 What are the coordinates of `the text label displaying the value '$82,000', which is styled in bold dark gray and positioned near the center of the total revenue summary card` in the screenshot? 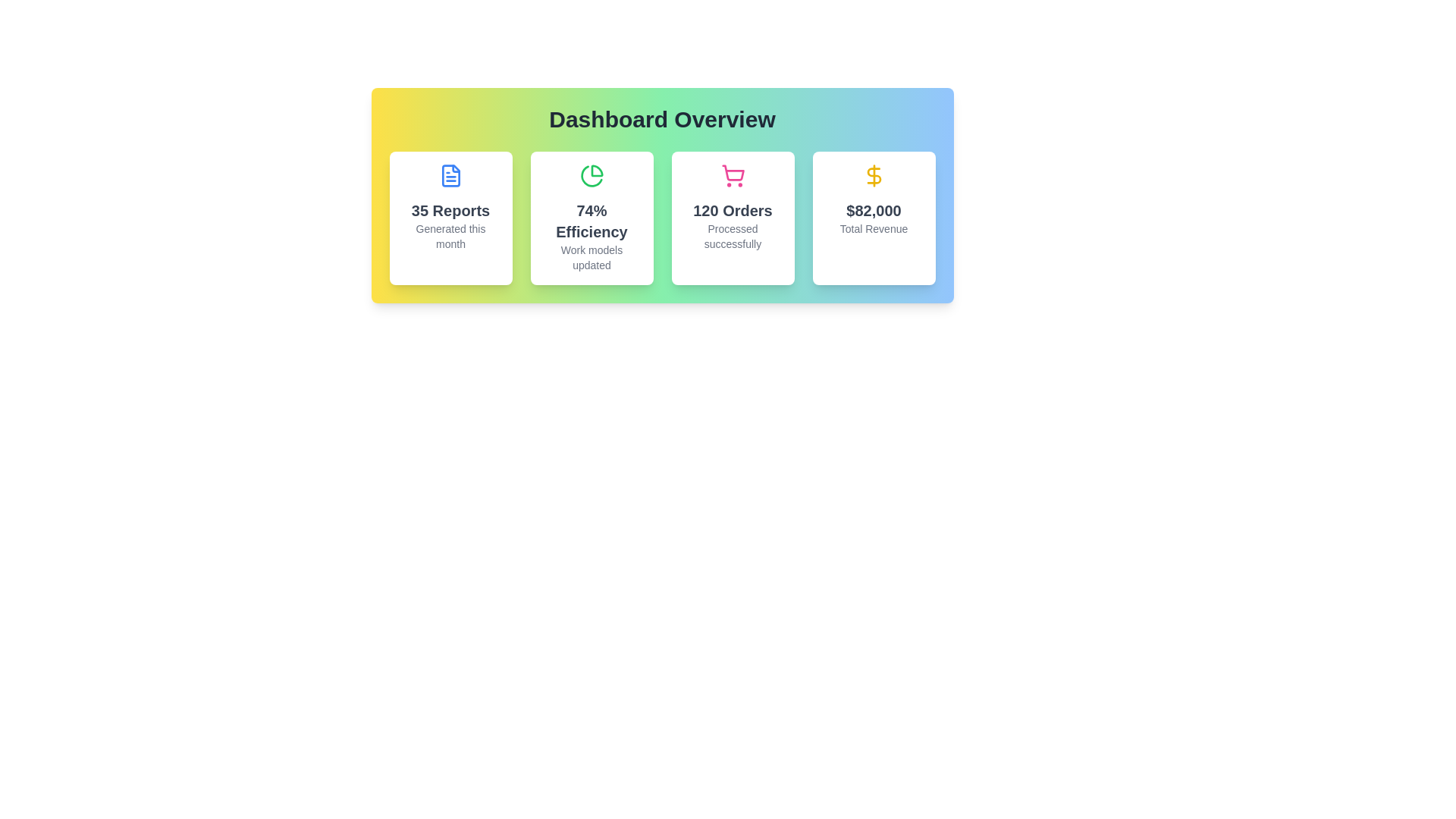 It's located at (874, 210).